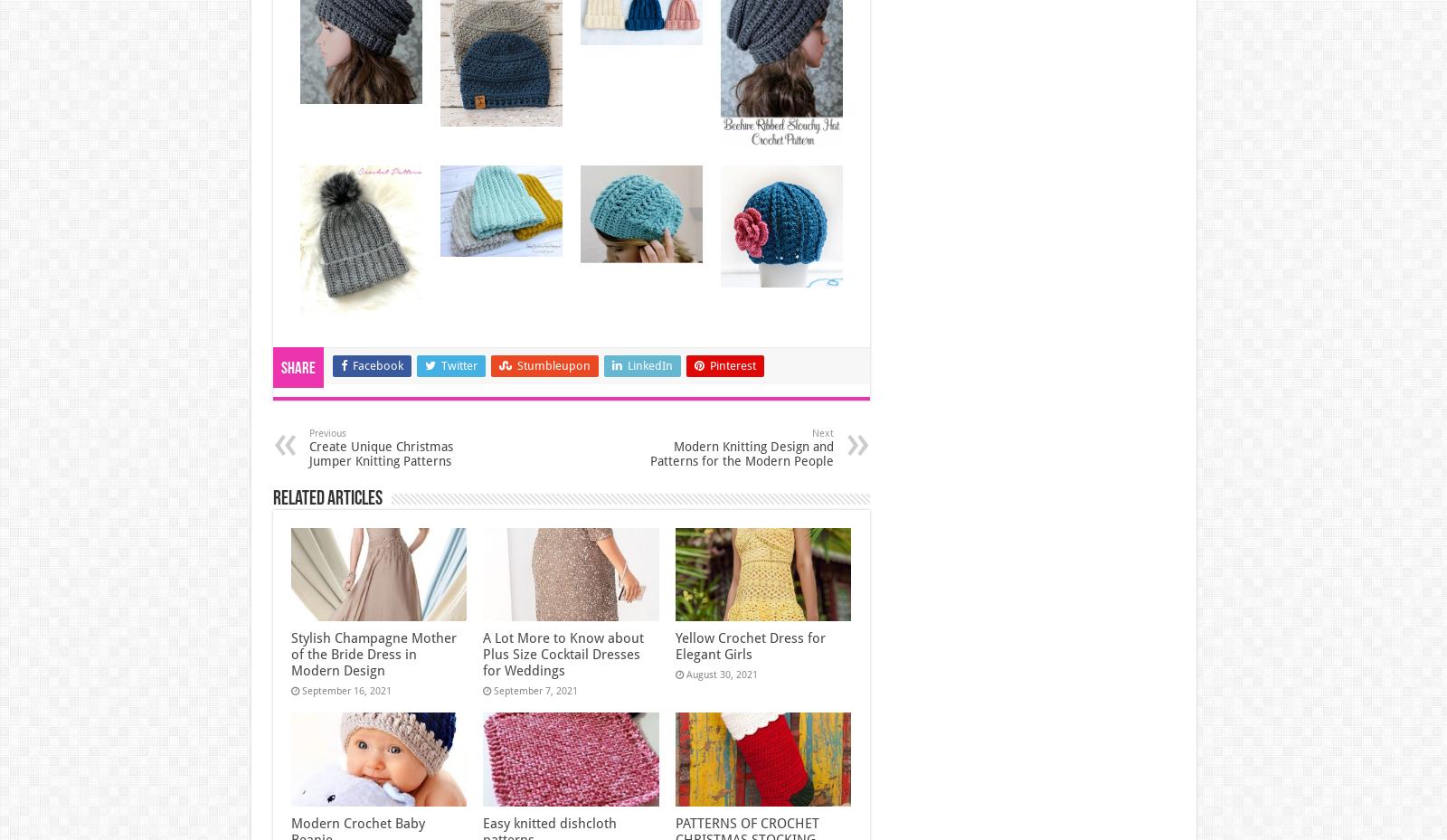  What do you see at coordinates (345, 690) in the screenshot?
I see `'September 16, 2021'` at bounding box center [345, 690].